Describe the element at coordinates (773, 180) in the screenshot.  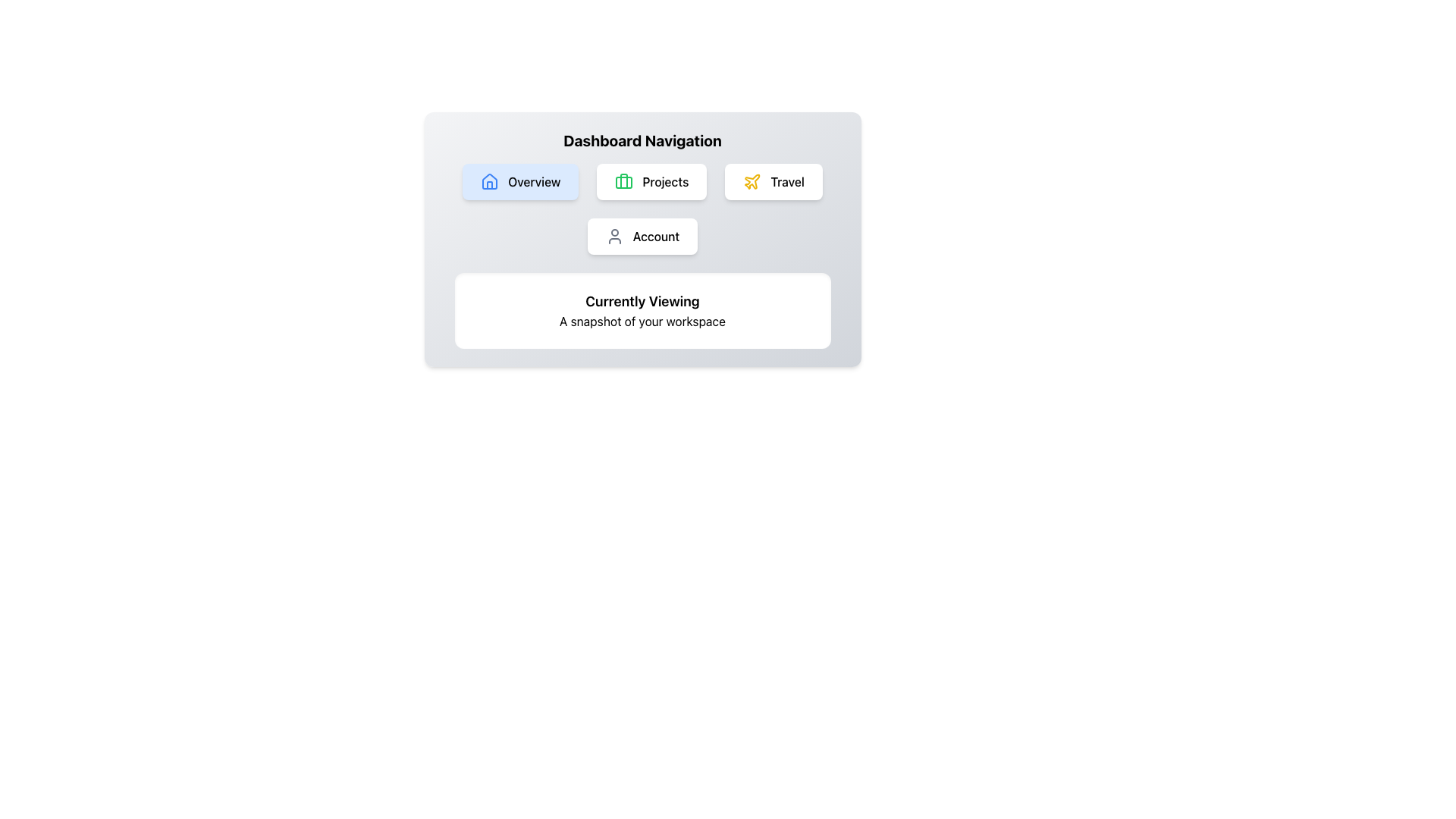
I see `the 'Travel' button in the navigation menu for keyboard navigation` at that location.